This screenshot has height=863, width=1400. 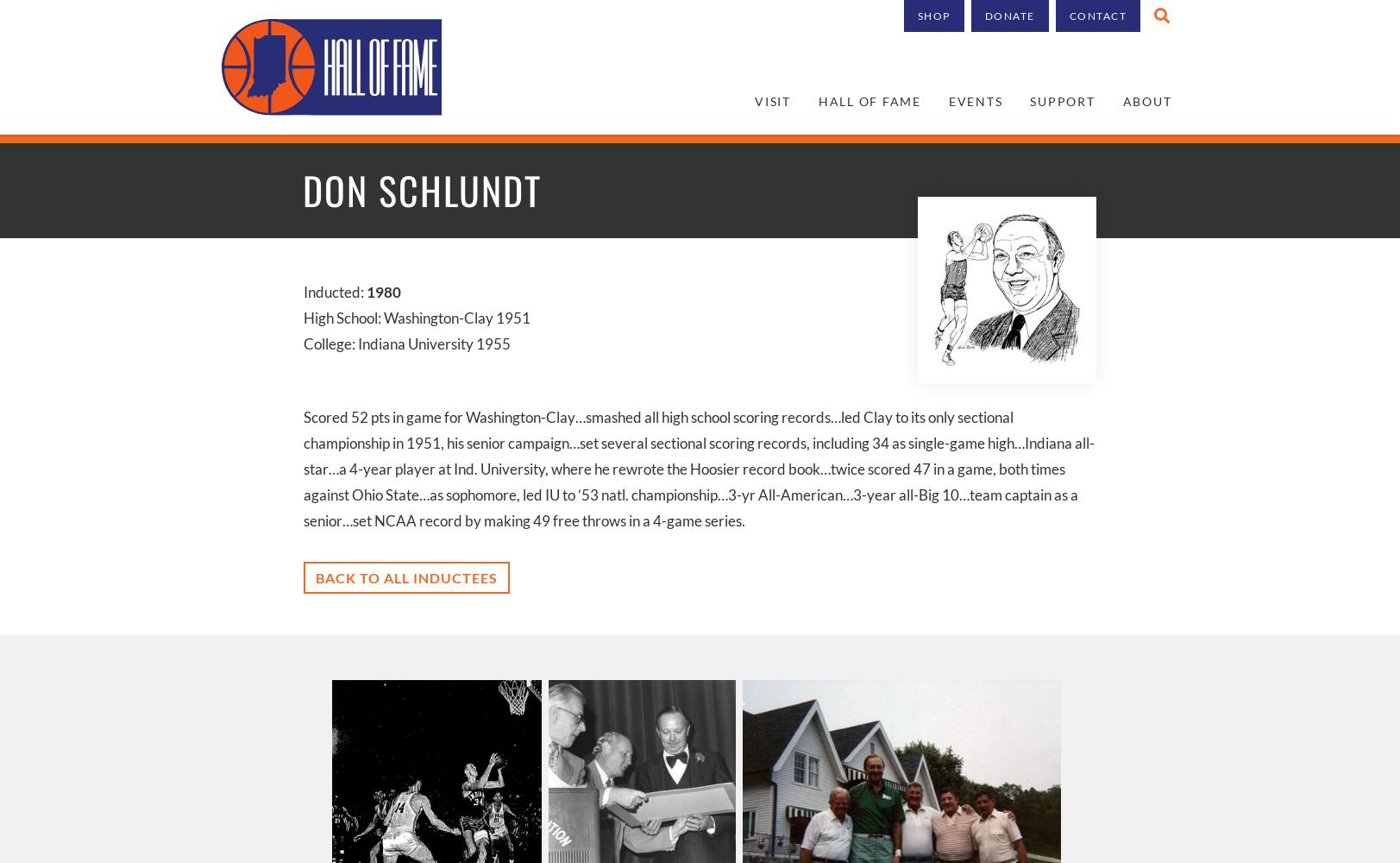 What do you see at coordinates (932, 15) in the screenshot?
I see `'Shop'` at bounding box center [932, 15].